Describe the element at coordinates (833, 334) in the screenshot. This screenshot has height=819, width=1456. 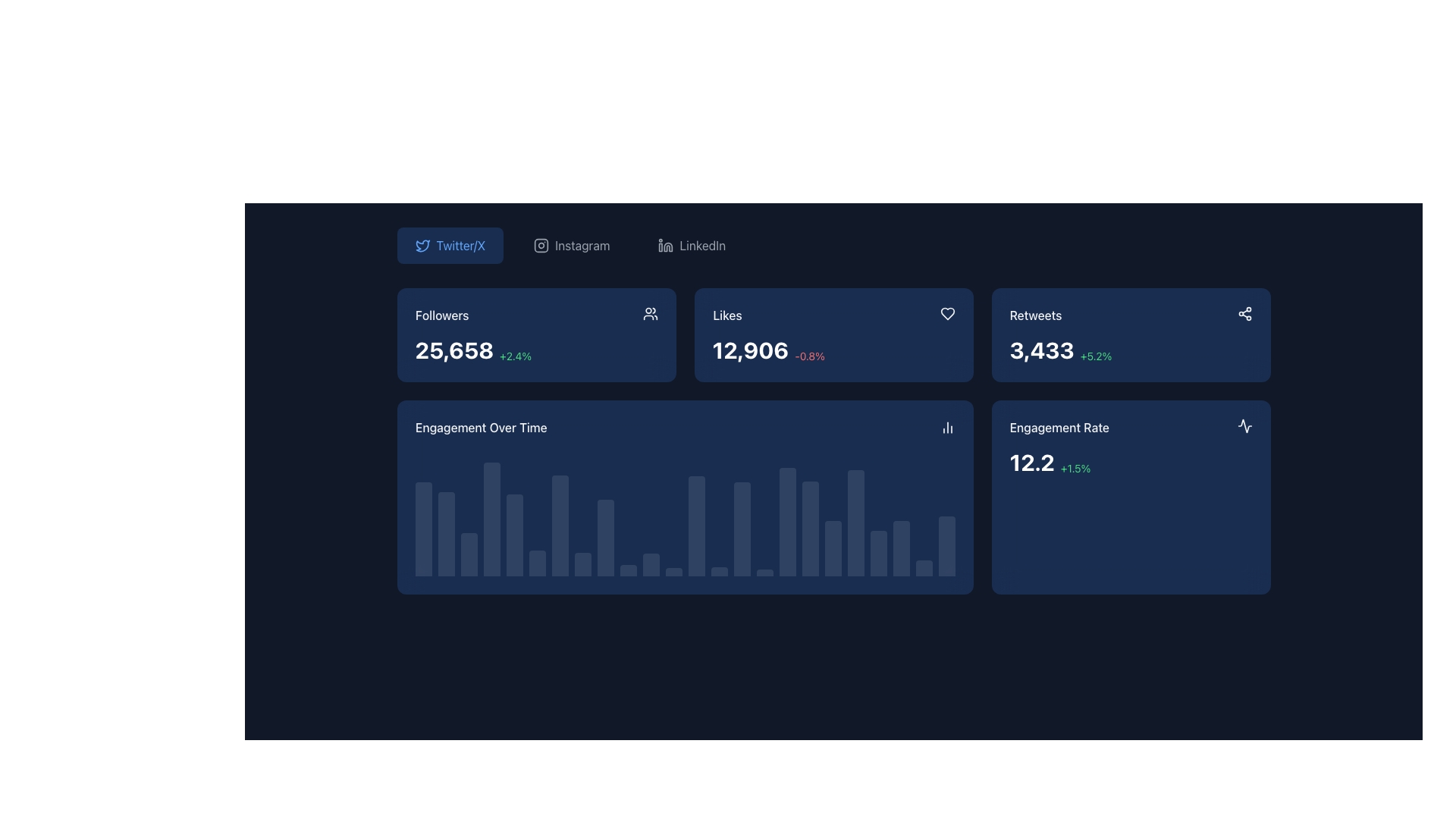
I see `the Statistical metric card displaying 'Likes' with the number '12,906' and a percentage change of '-0.8%' in red` at that location.